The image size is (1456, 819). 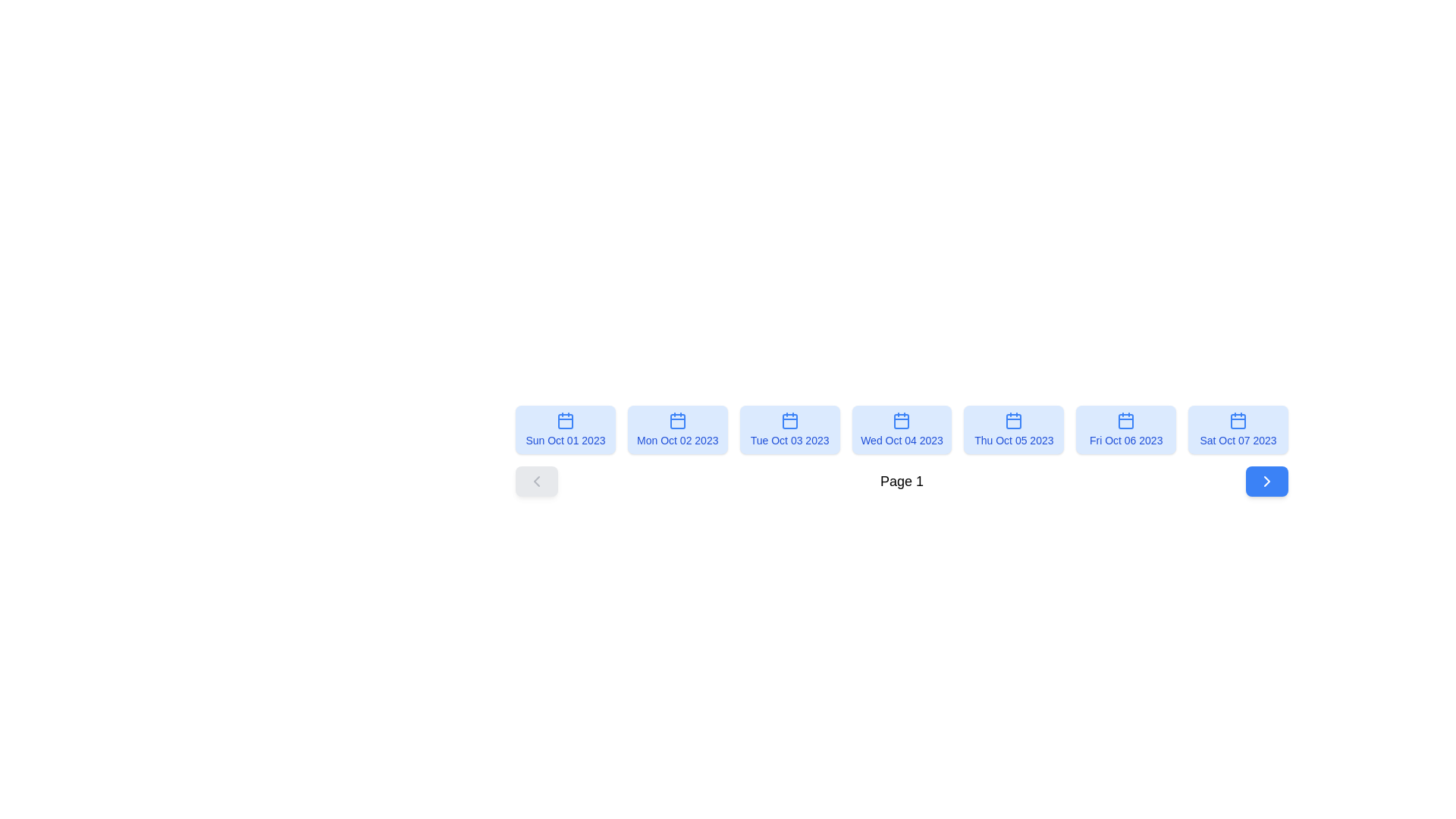 I want to click on the sixth date label in the horizontally-arranged list of date containers, located below the calendar icon, so click(x=1126, y=441).